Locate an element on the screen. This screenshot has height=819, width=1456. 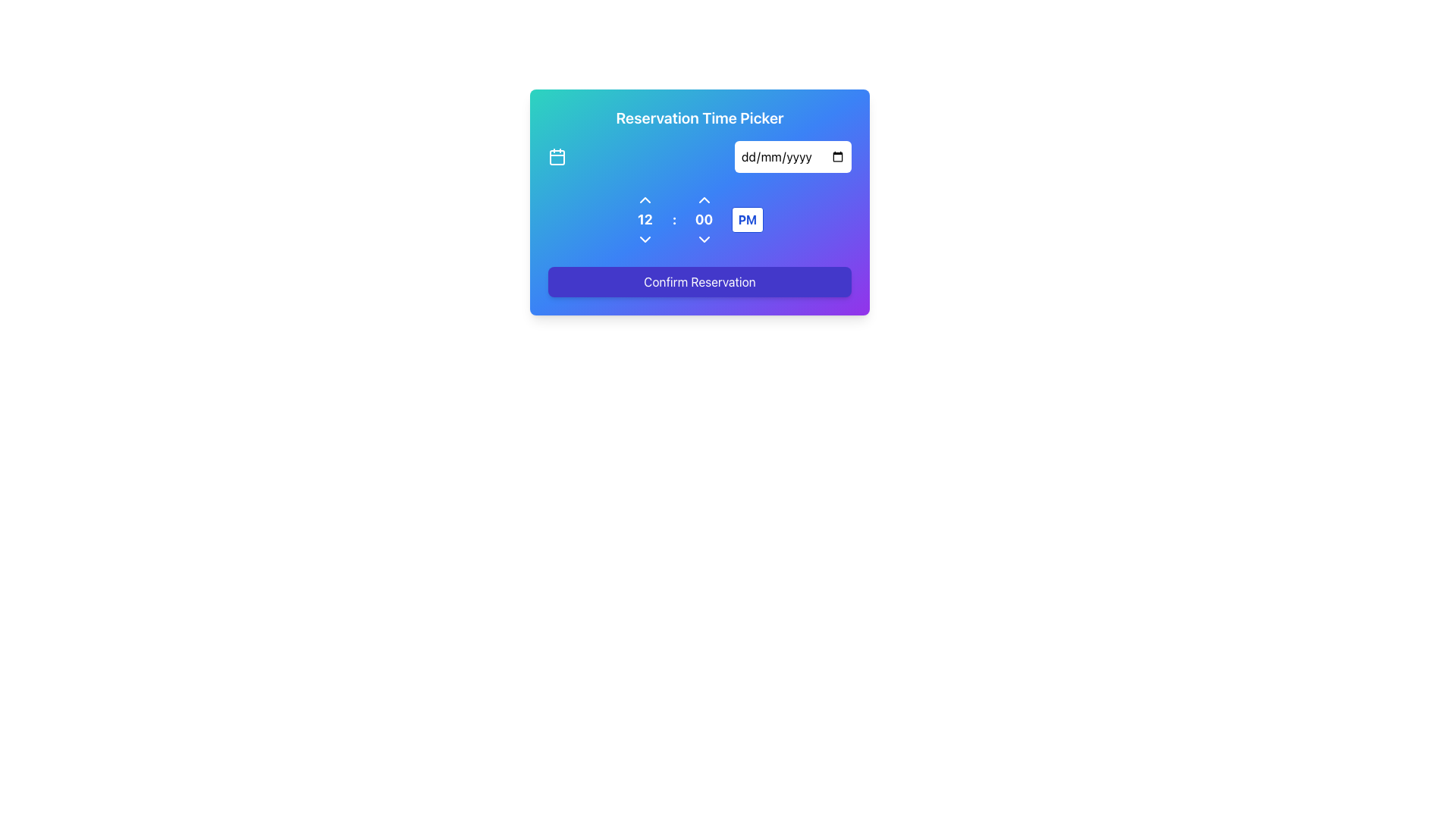
the increment button for the minutes input in the time picker interface, located in the top-right area above the displayed zero value is located at coordinates (703, 199).